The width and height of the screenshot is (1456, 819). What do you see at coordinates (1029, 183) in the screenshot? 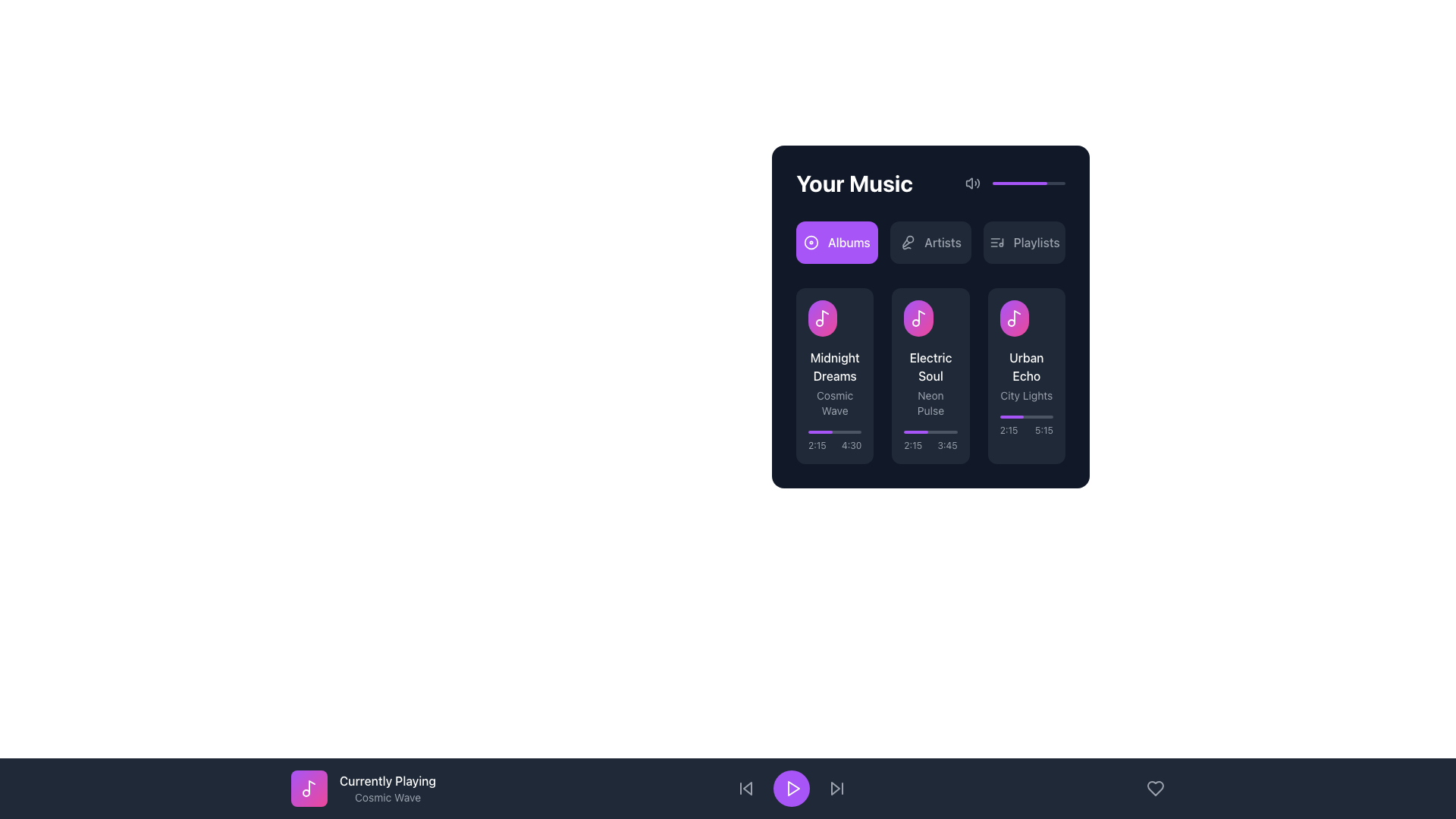
I see `the current state of the volume control progress bar located within the 'Currently Playing' section, which is visually represented by a purple filled segment` at bounding box center [1029, 183].